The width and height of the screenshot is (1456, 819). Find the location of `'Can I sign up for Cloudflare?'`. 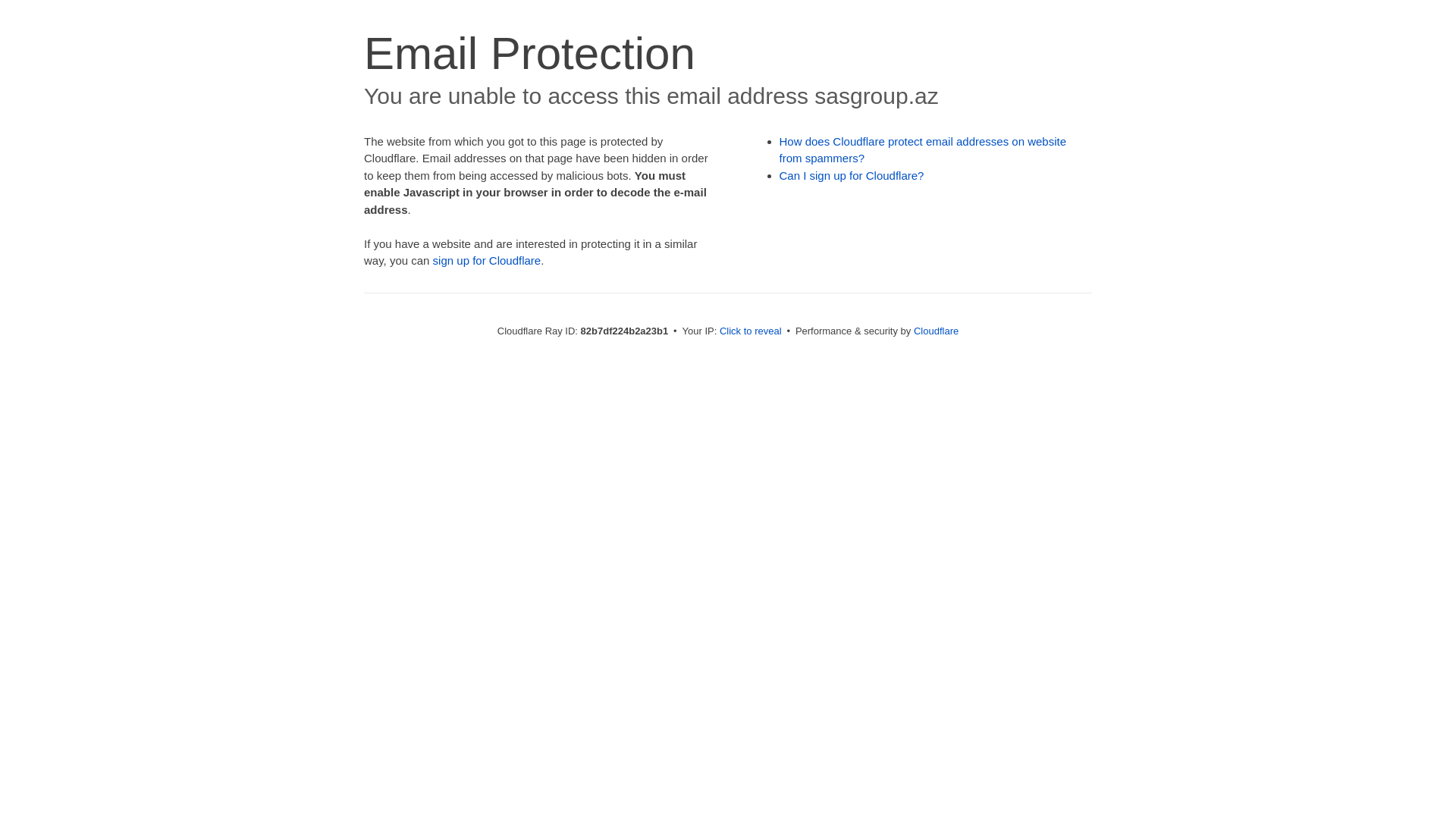

'Can I sign up for Cloudflare?' is located at coordinates (852, 174).